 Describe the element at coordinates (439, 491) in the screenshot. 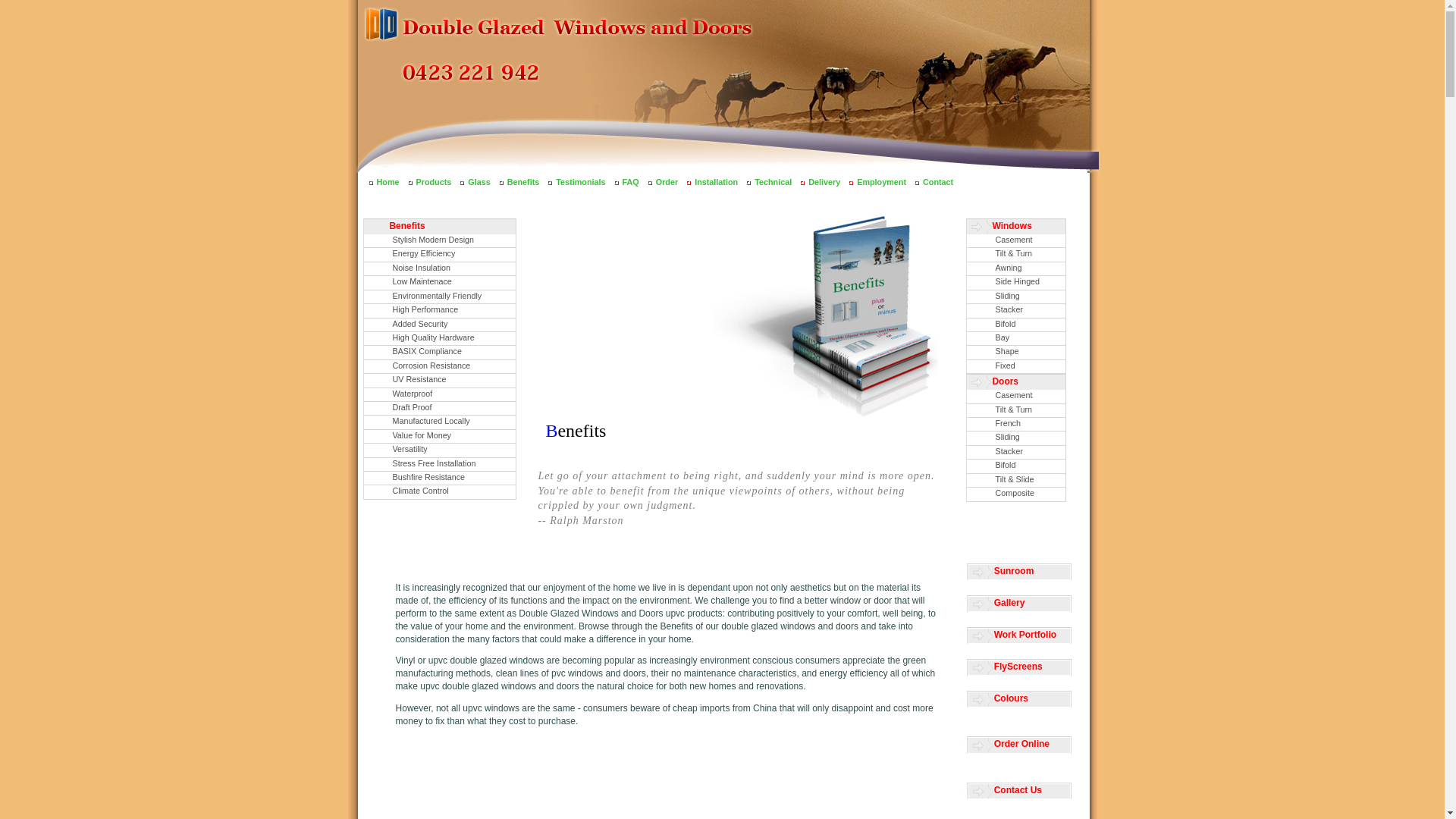

I see `'Climate Control'` at that location.